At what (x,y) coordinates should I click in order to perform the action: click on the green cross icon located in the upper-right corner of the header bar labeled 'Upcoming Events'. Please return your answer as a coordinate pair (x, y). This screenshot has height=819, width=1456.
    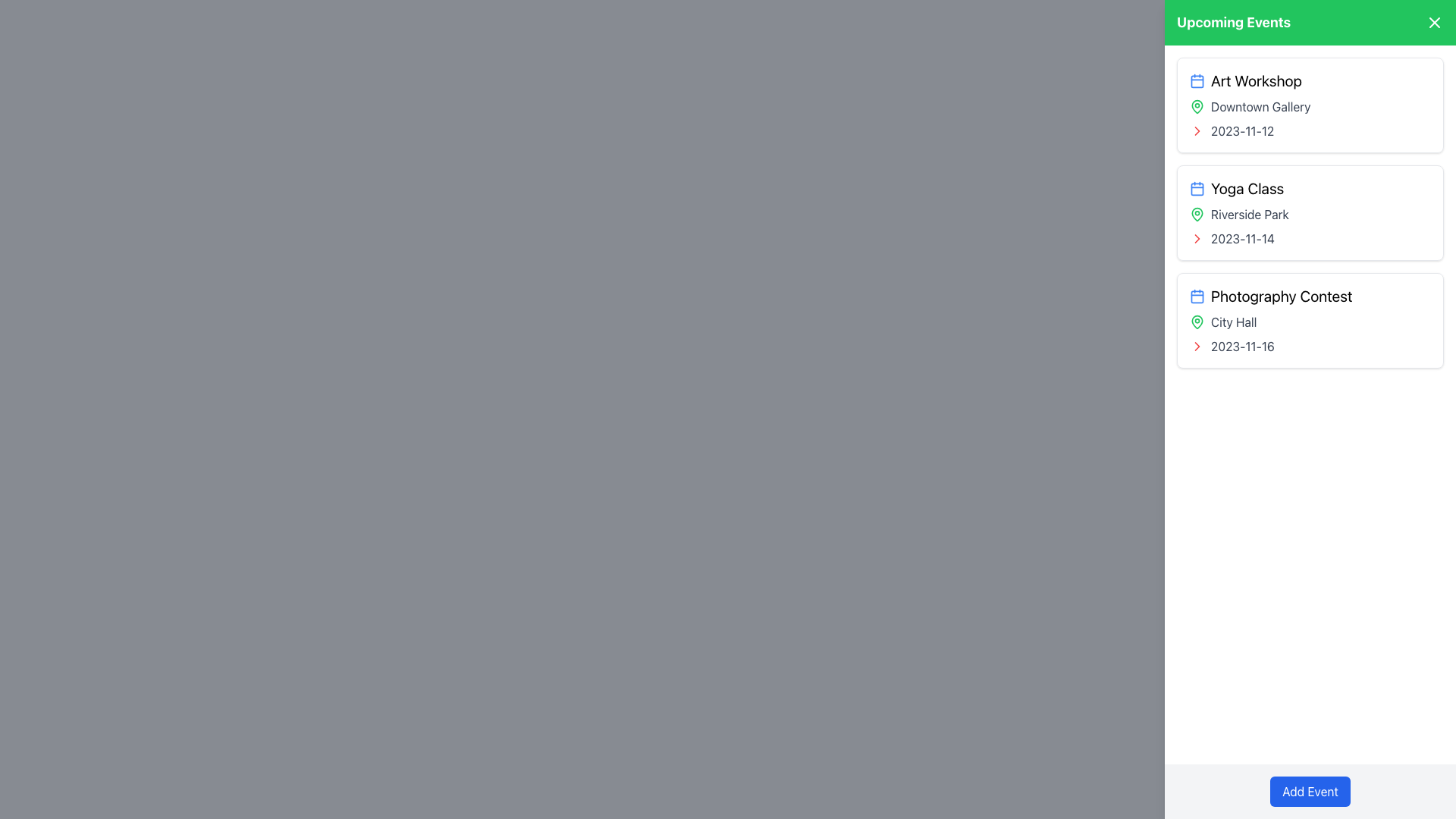
    Looking at the image, I should click on (1433, 23).